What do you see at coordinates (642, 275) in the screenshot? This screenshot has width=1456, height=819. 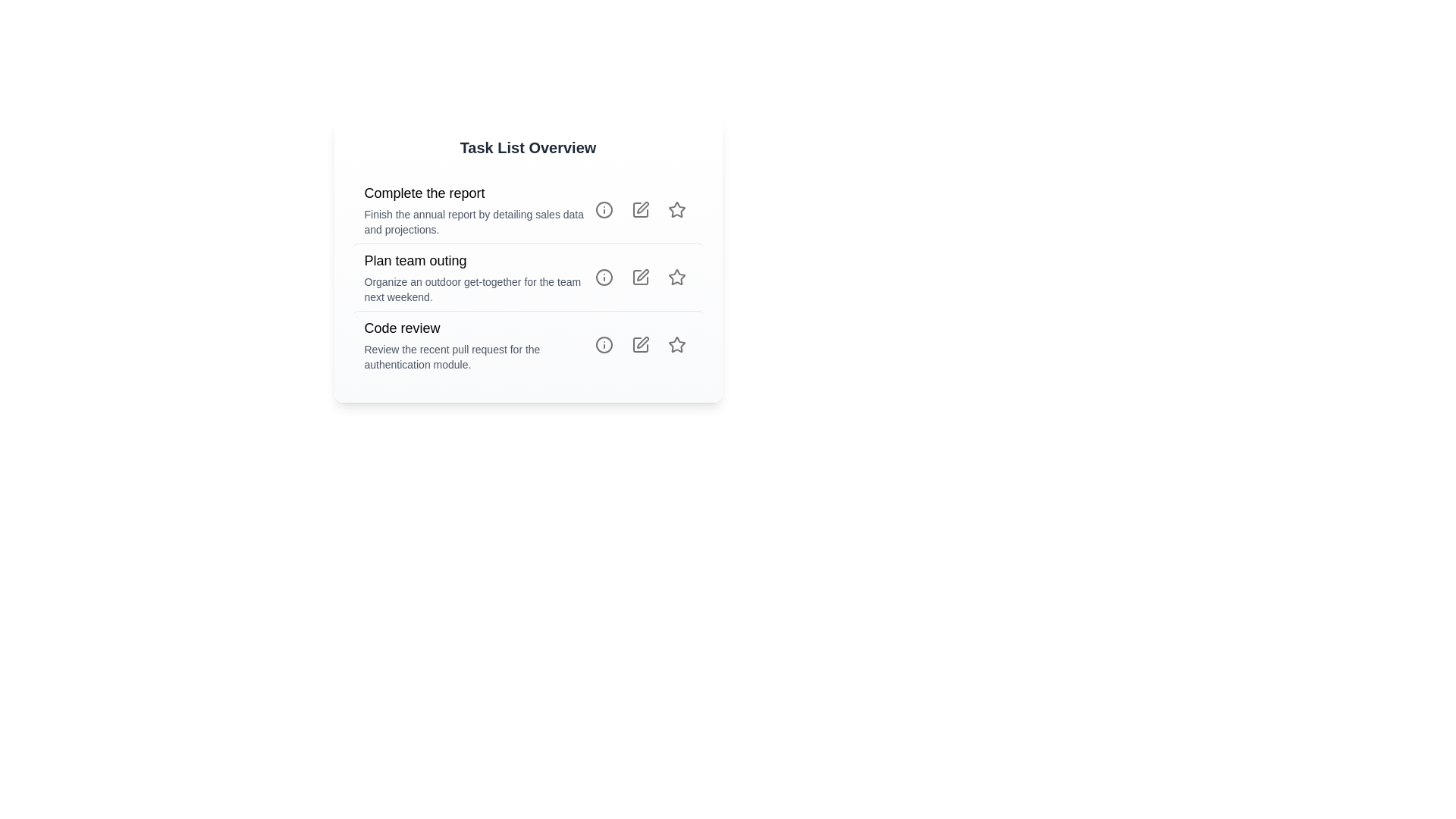 I see `the pencil icon located on the right side of the task 'Plan team outing'` at bounding box center [642, 275].